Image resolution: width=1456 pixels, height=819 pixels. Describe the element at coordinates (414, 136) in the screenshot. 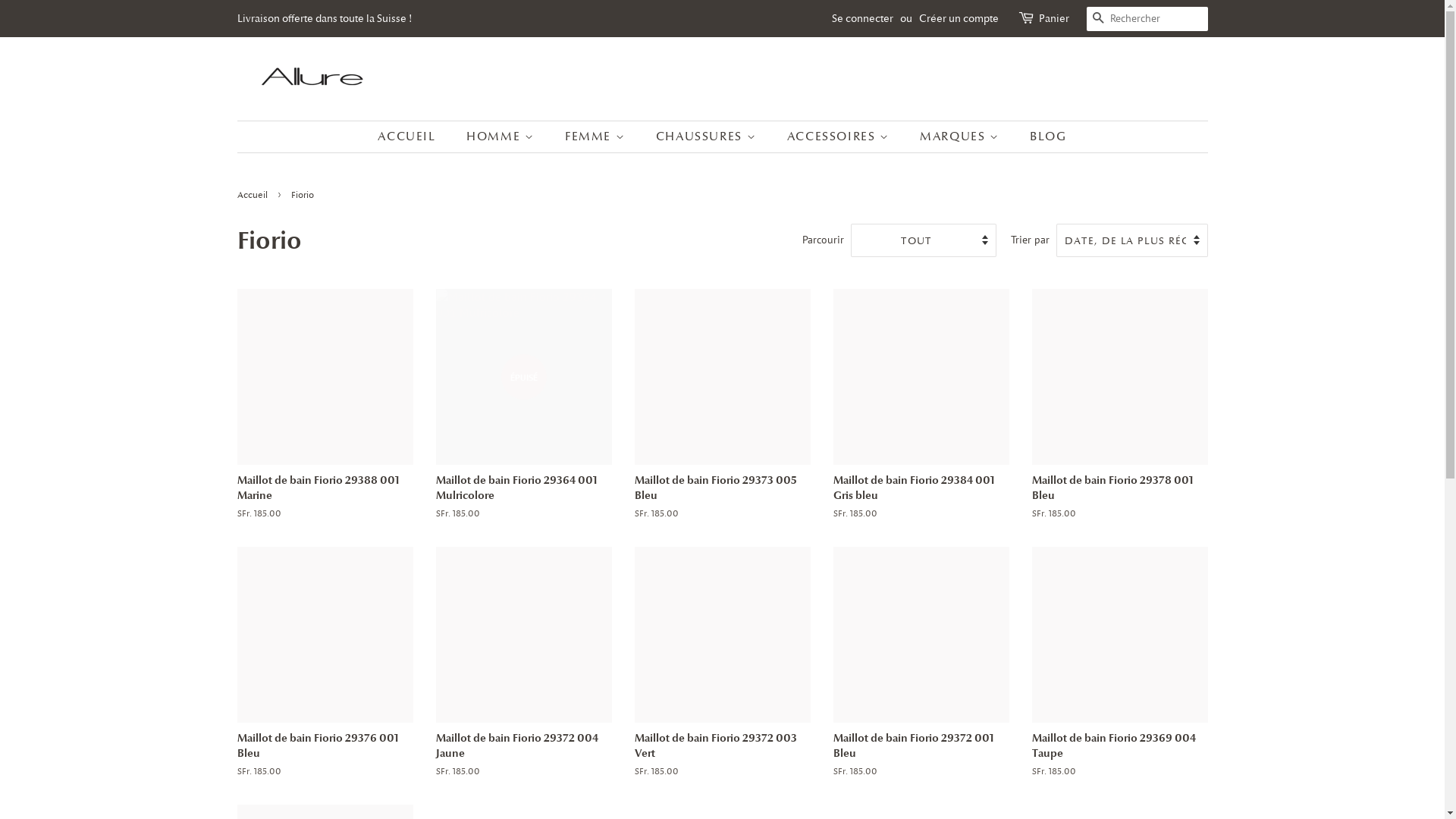

I see `'ACCUEIL'` at that location.